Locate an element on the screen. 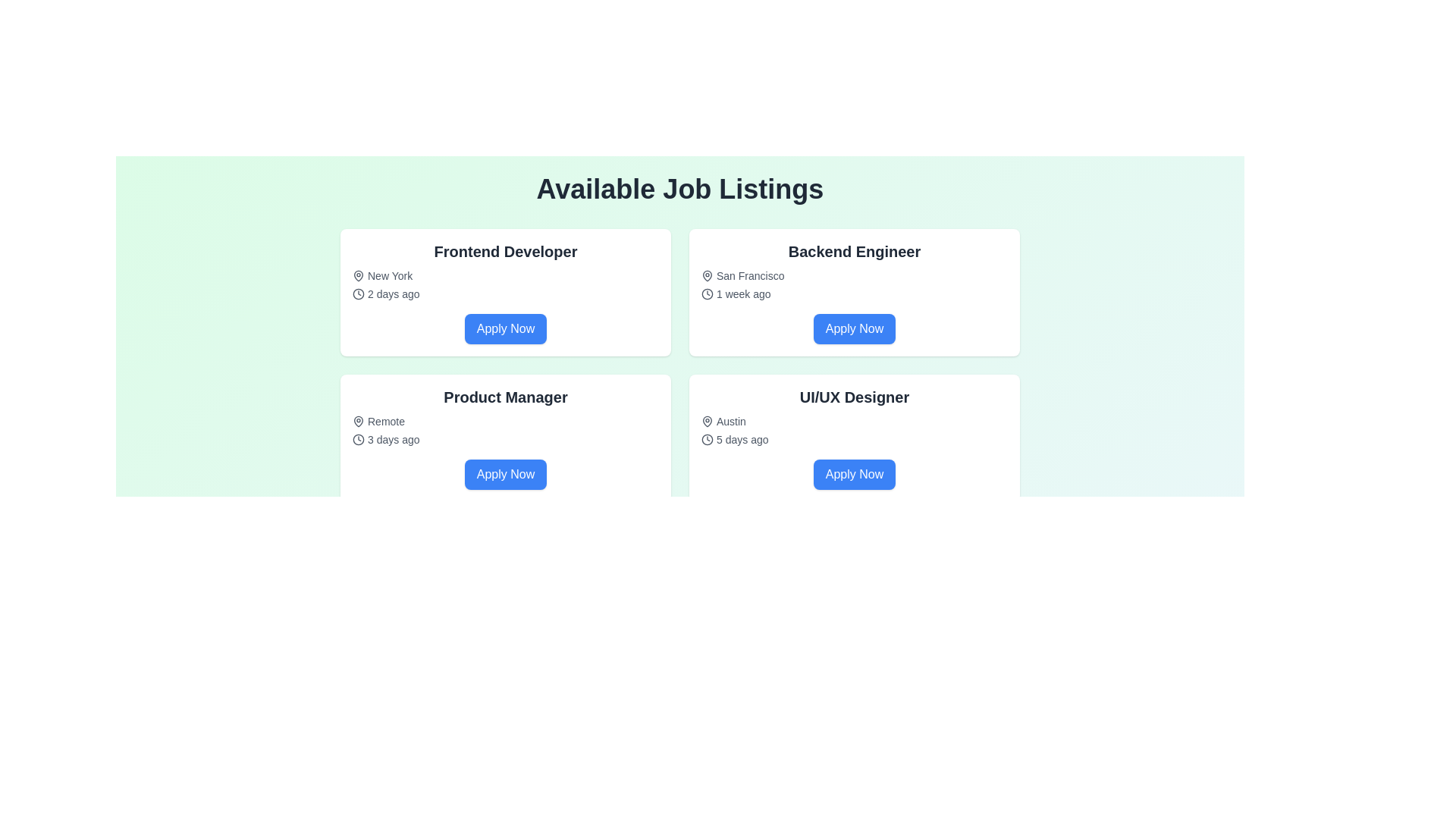  the map point icon located in the upper-left area of the 'Frontend Developer' job listing card, positioned immediately to the left of the text 'New York' is located at coordinates (358, 275).